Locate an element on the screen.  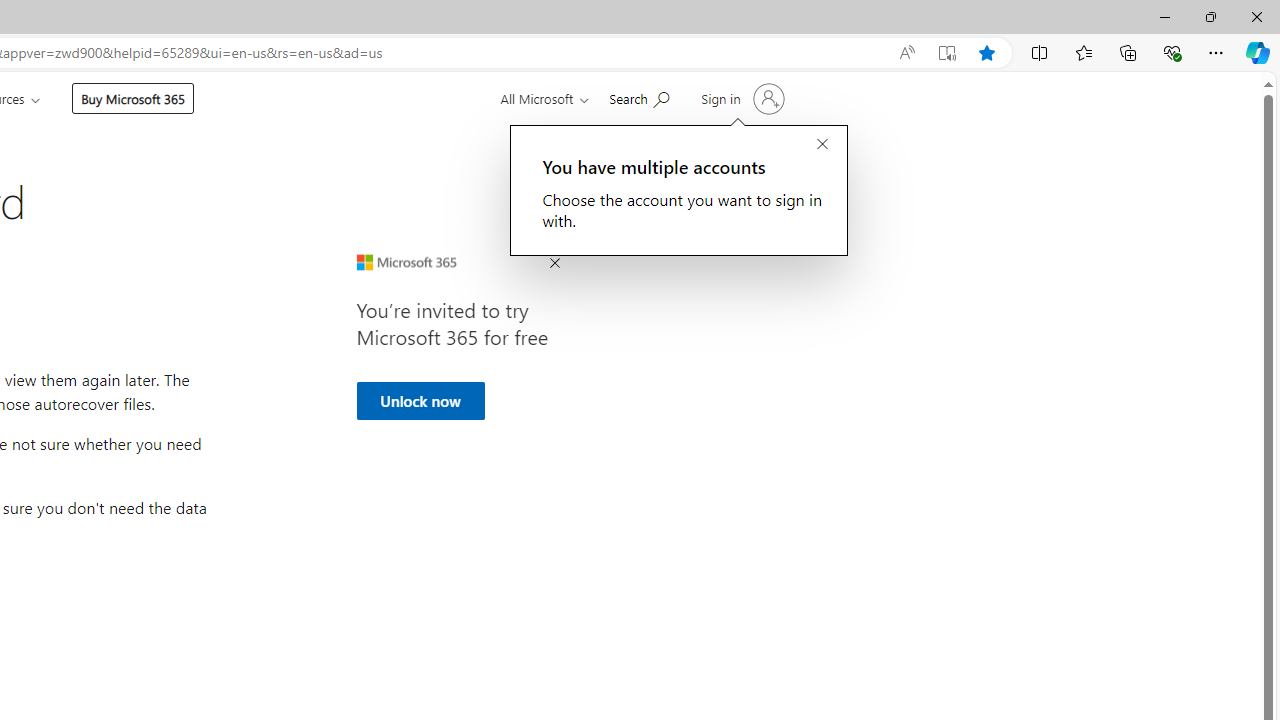
'Add this page to favorites (Ctrl+D)' is located at coordinates (986, 52).